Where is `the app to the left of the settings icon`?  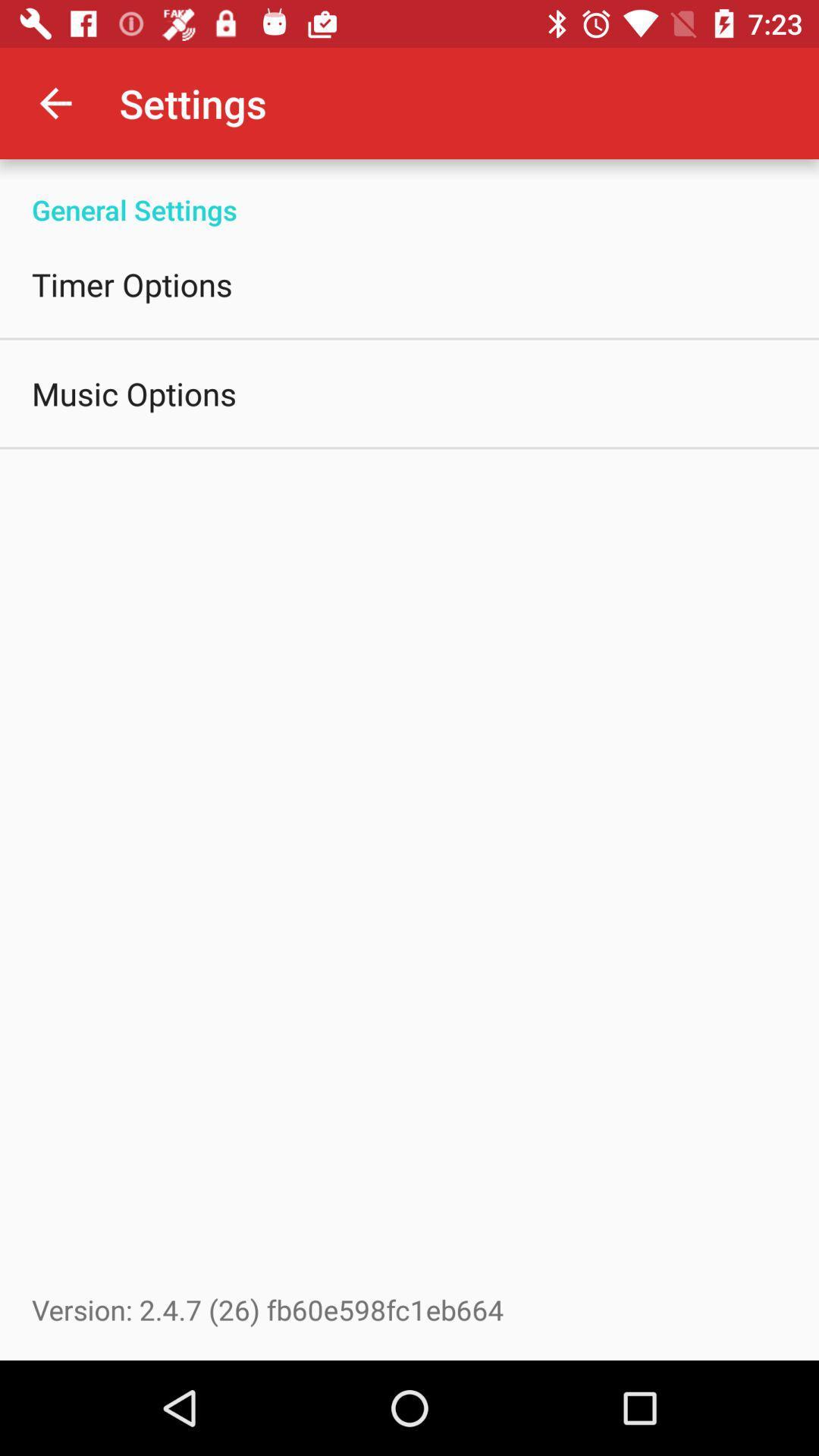 the app to the left of the settings icon is located at coordinates (55, 102).